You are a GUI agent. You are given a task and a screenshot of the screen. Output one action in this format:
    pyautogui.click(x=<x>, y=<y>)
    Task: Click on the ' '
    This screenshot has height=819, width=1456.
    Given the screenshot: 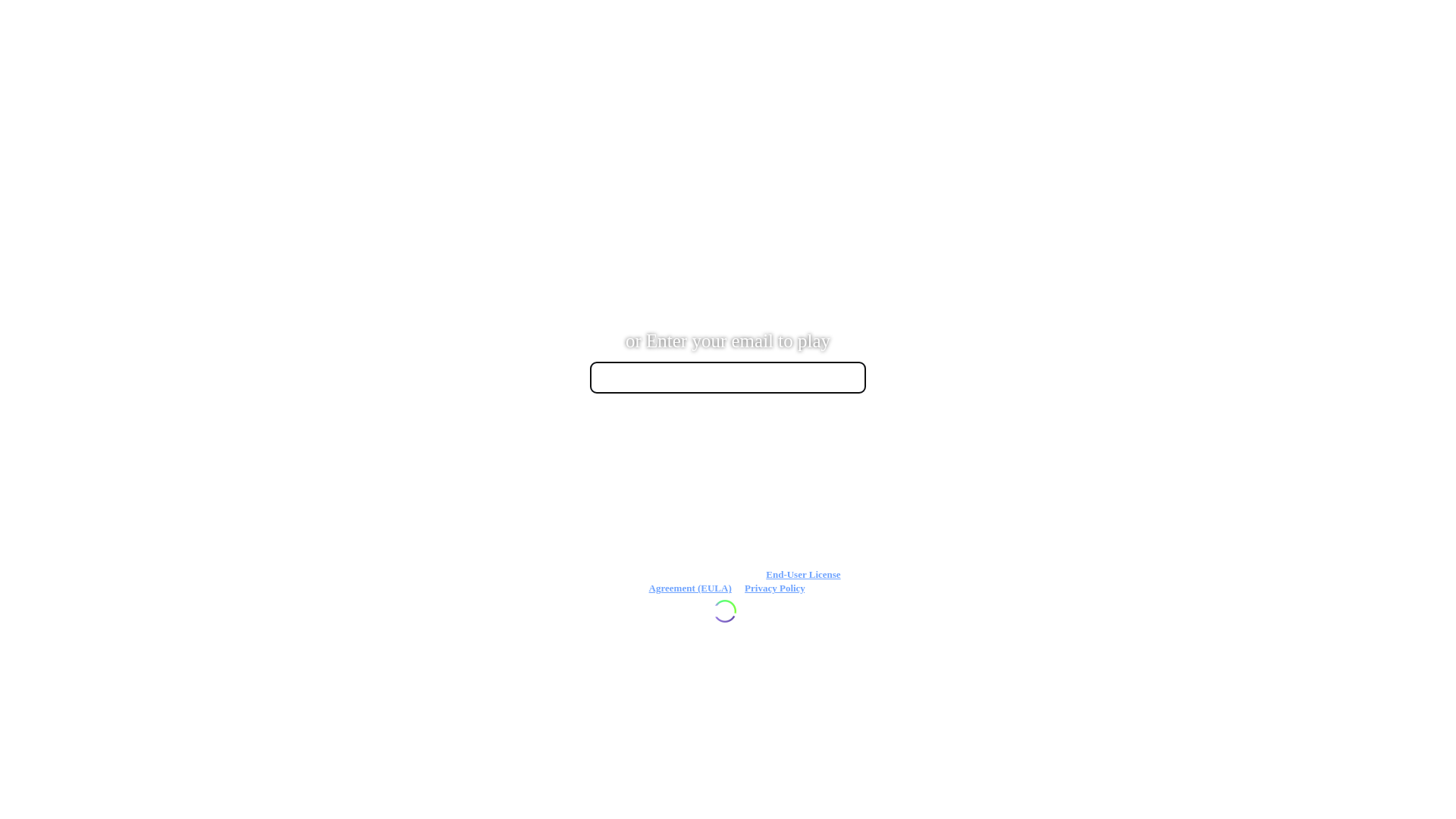 What is the action you would take?
    pyautogui.click(x=726, y=482)
    